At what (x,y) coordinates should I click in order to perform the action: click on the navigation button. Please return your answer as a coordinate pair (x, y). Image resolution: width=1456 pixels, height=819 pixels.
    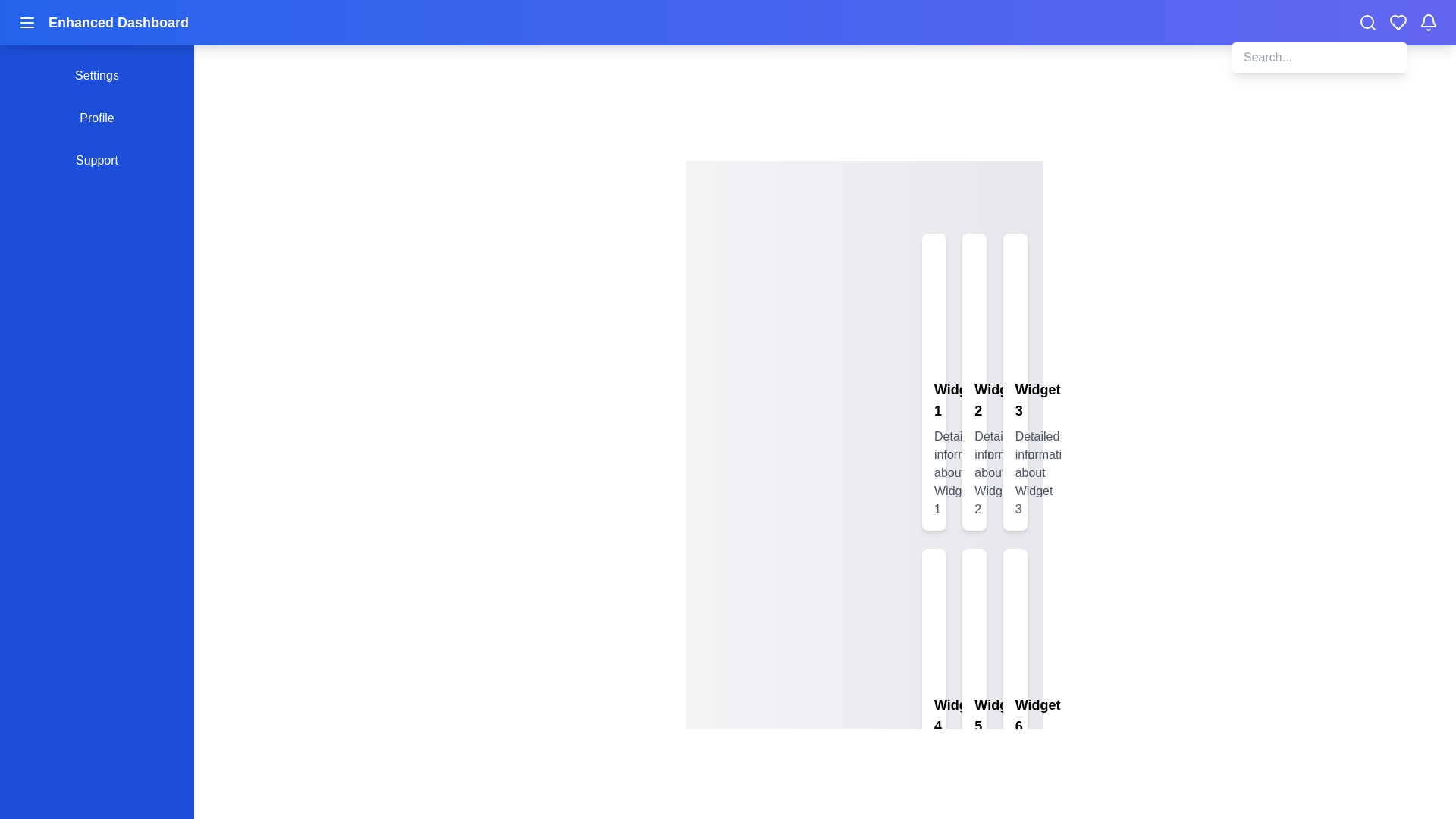
    Looking at the image, I should click on (96, 117).